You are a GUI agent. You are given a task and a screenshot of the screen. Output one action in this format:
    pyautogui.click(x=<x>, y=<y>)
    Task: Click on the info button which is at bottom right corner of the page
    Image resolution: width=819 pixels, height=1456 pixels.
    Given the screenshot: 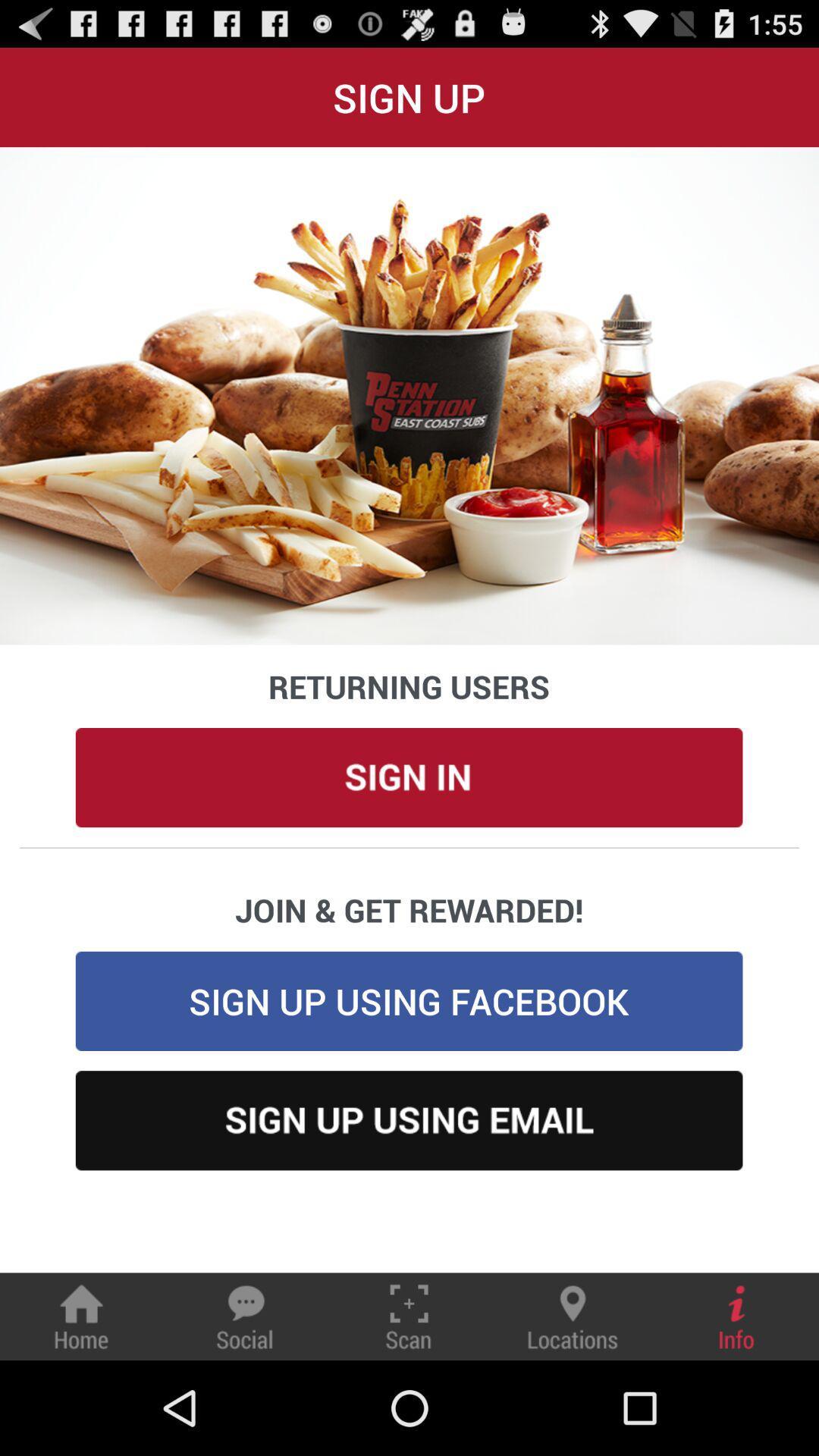 What is the action you would take?
    pyautogui.click(x=736, y=1316)
    